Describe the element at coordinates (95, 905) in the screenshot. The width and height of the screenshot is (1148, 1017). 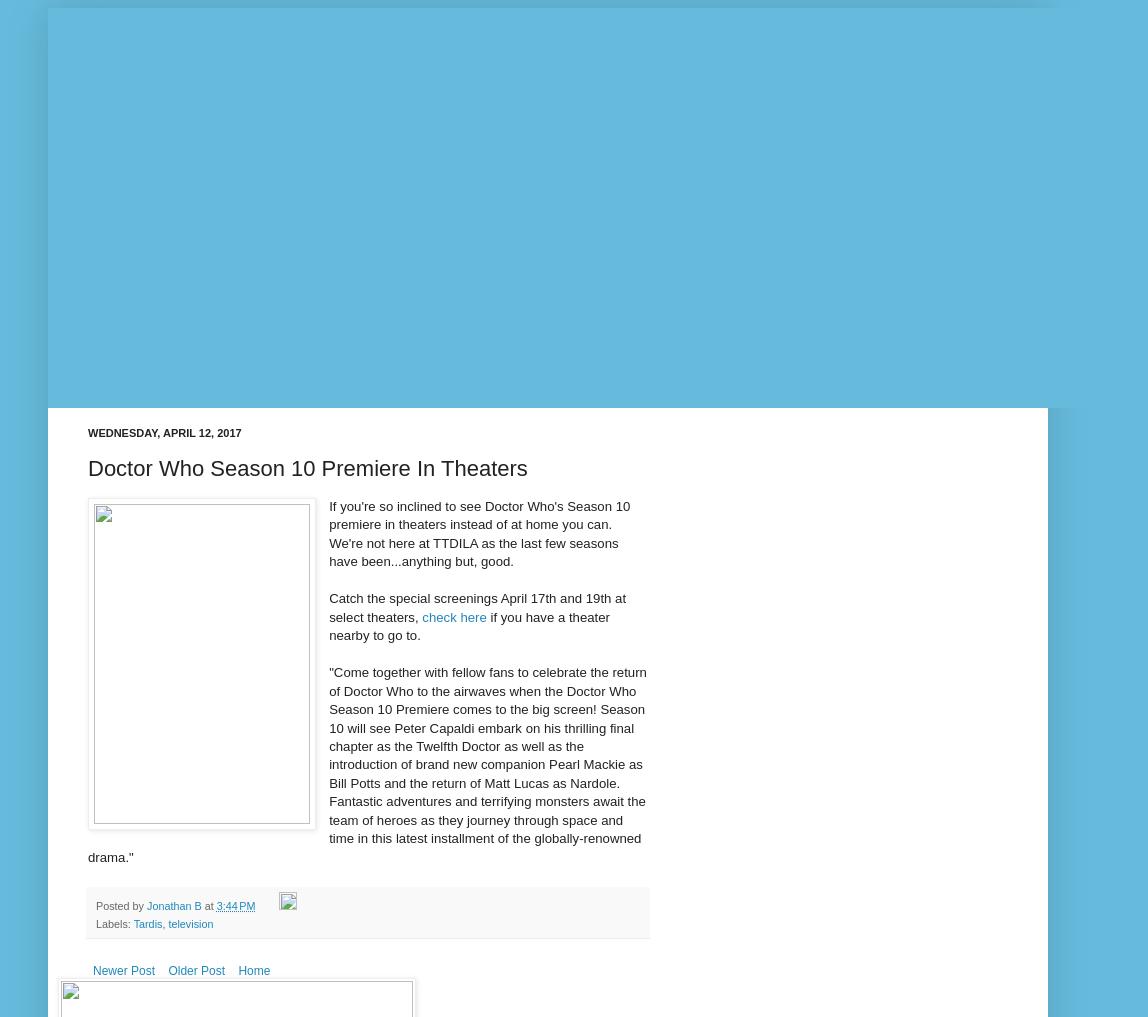
I see `'Posted by'` at that location.